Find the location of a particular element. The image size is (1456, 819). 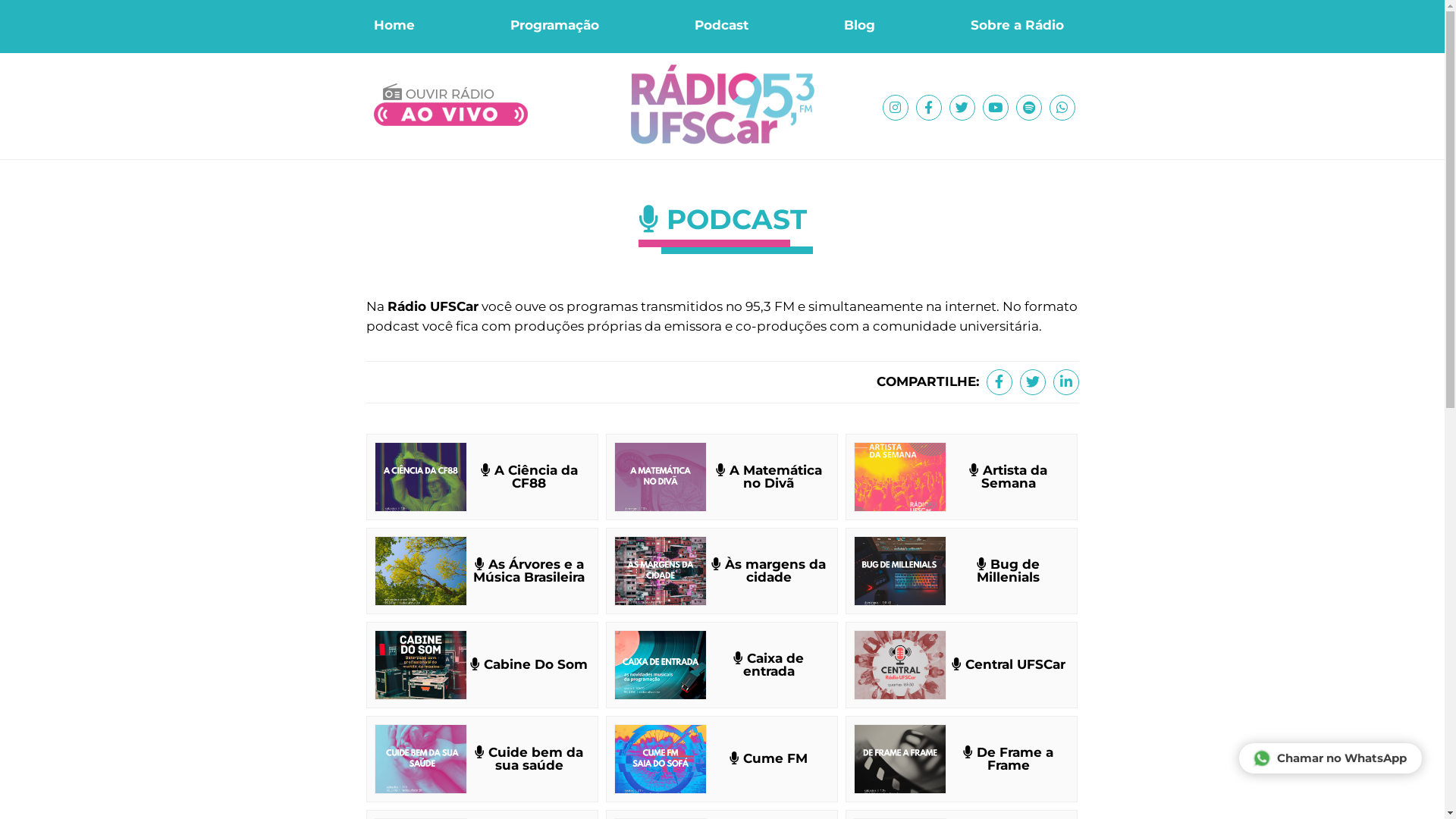

'Cume FM' is located at coordinates (720, 759).